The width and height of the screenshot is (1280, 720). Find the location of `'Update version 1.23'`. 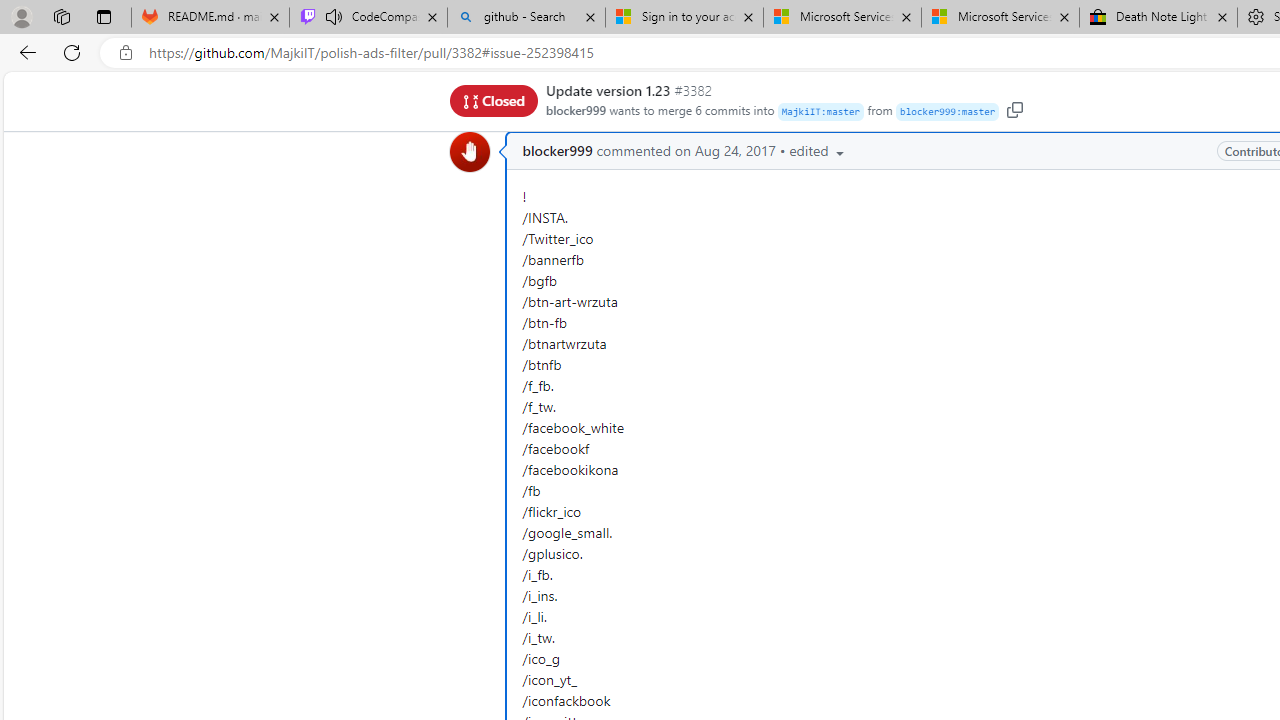

'Update version 1.23' is located at coordinates (607, 90).